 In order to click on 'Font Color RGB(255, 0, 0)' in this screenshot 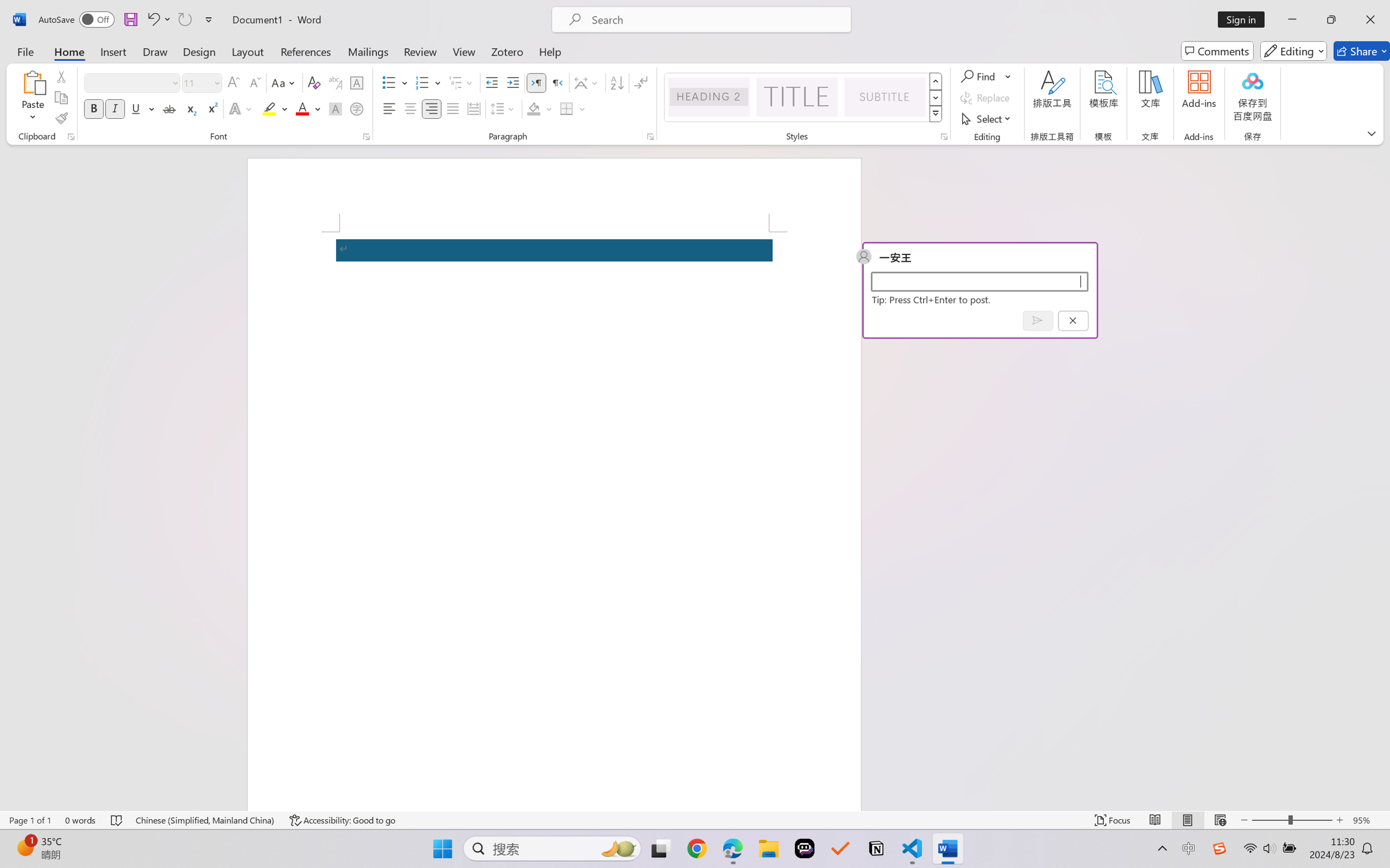, I will do `click(303, 108)`.